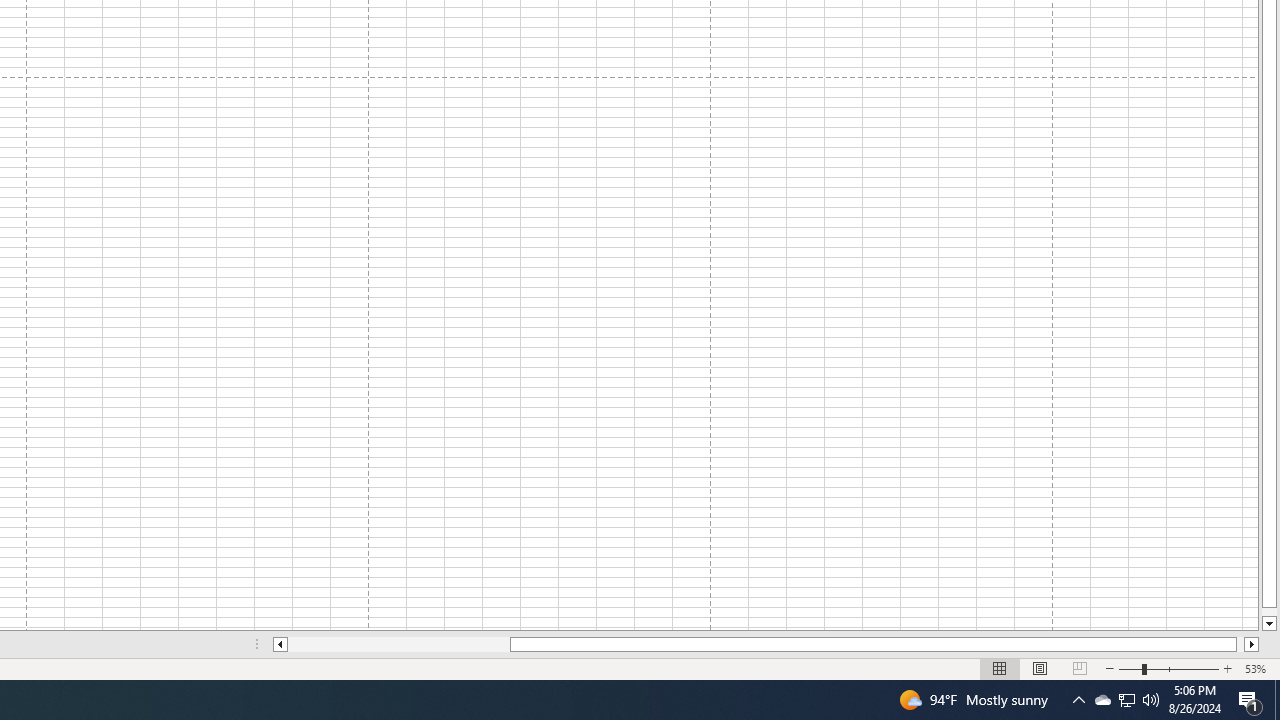 The image size is (1280, 720). What do you see at coordinates (1268, 611) in the screenshot?
I see `'Page down'` at bounding box center [1268, 611].